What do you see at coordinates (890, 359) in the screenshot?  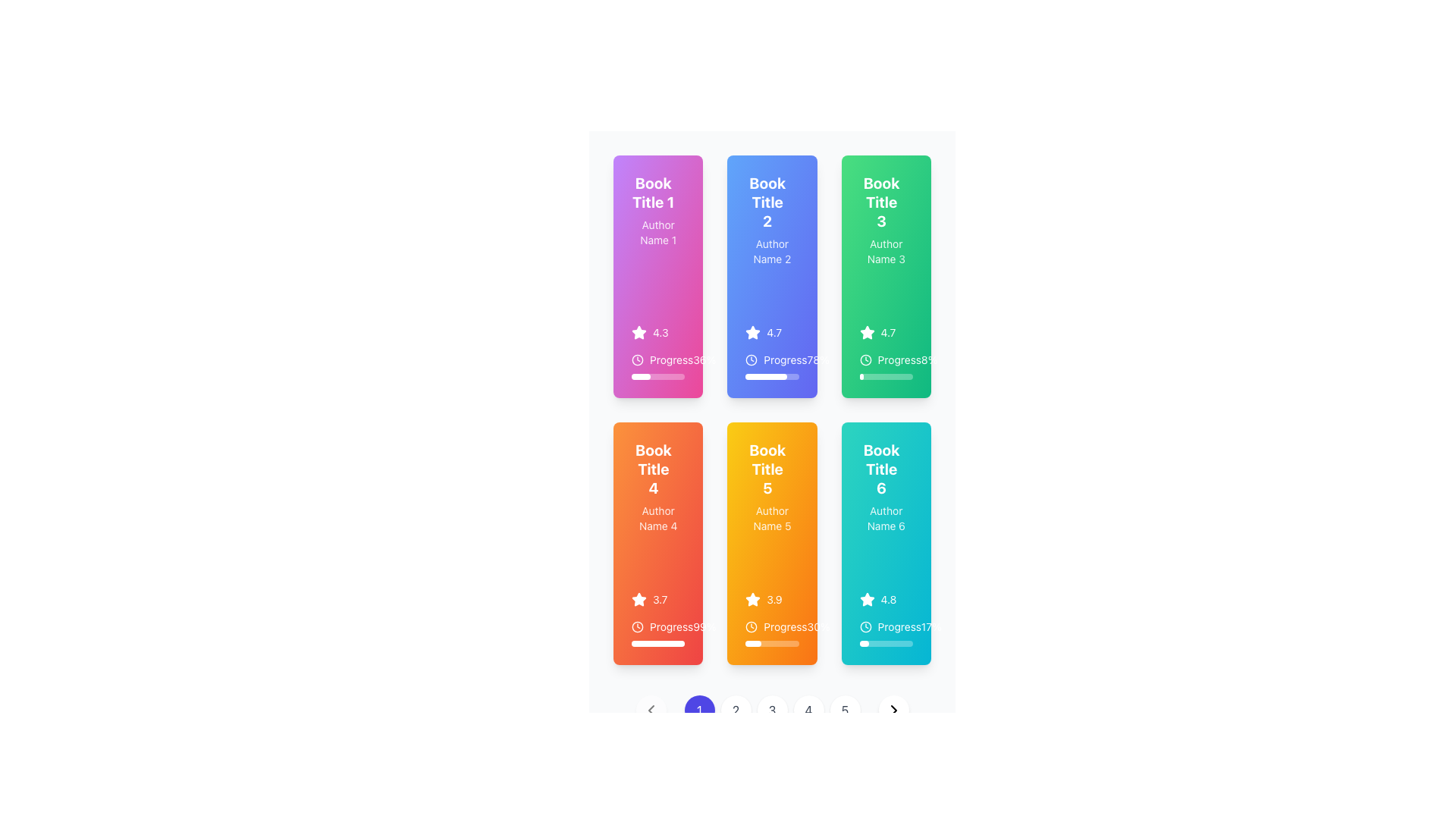 I see `the 'Progress' text label, which is styled in a sans-serif font and located within the card for 'Book Title 3', positioned below the star rating and above the progress bar` at bounding box center [890, 359].